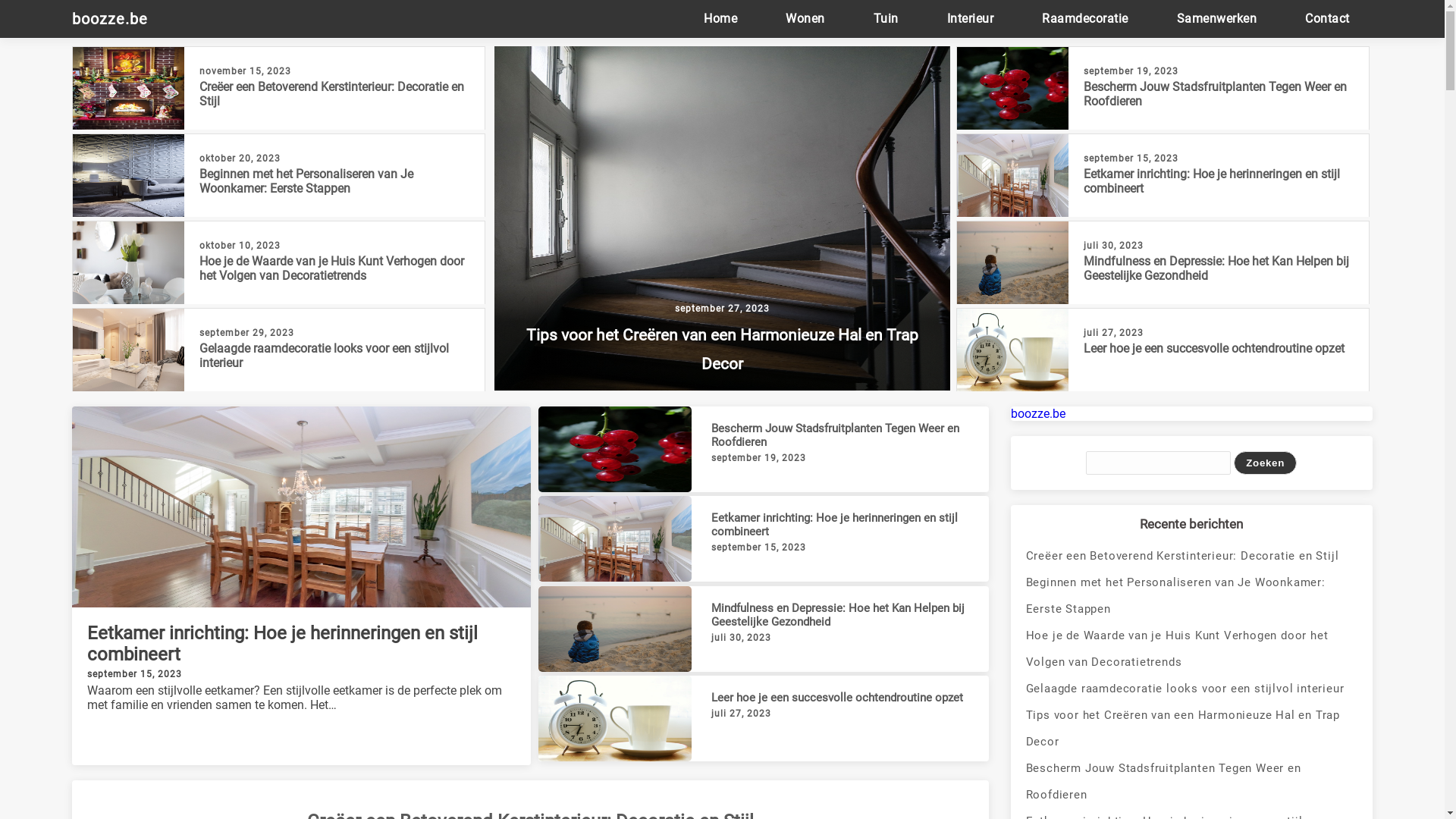 This screenshot has width=1456, height=819. Describe the element at coordinates (971, 18) in the screenshot. I see `'Interieur'` at that location.